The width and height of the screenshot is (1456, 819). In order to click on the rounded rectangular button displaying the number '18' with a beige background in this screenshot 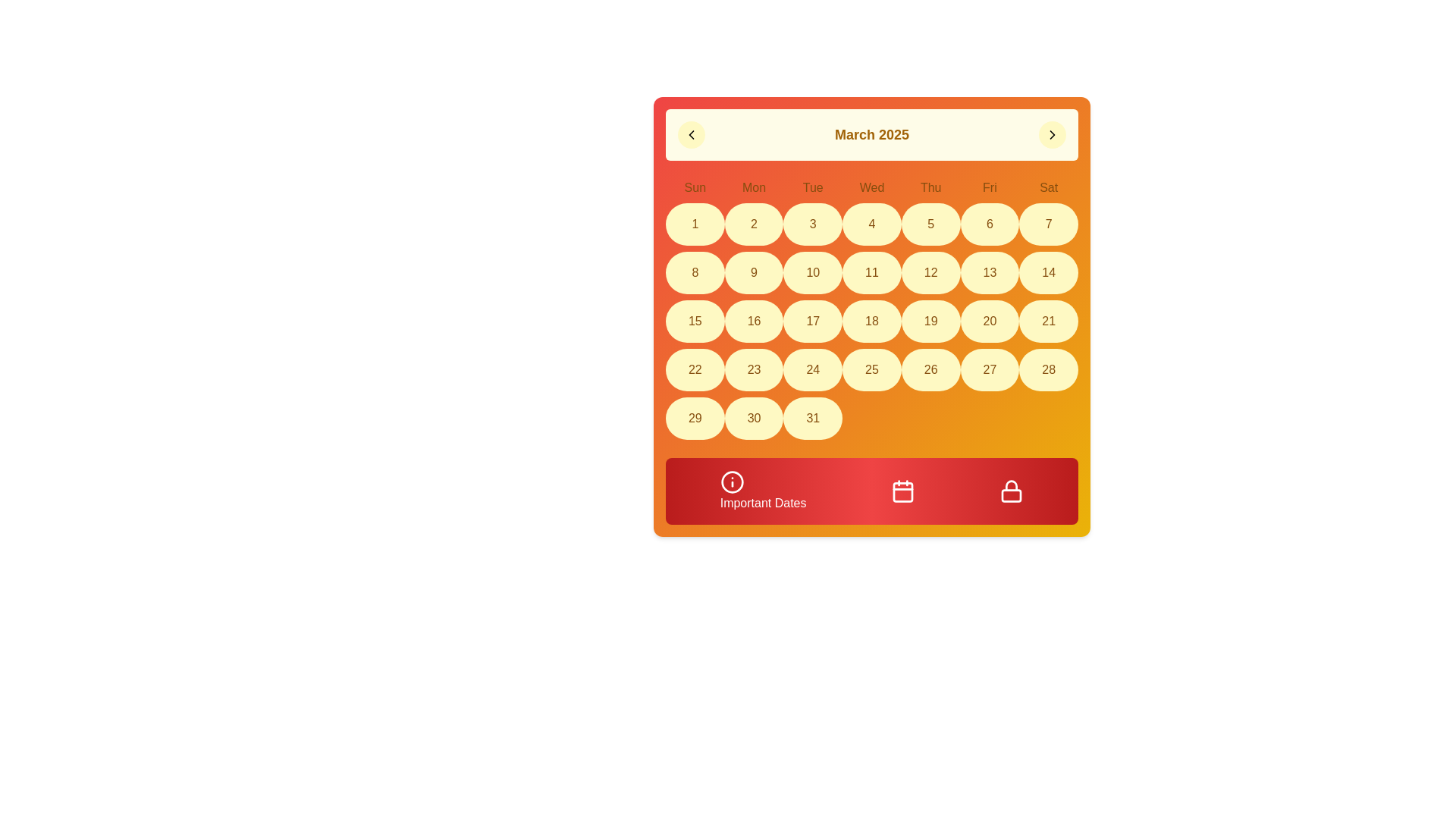, I will do `click(872, 321)`.